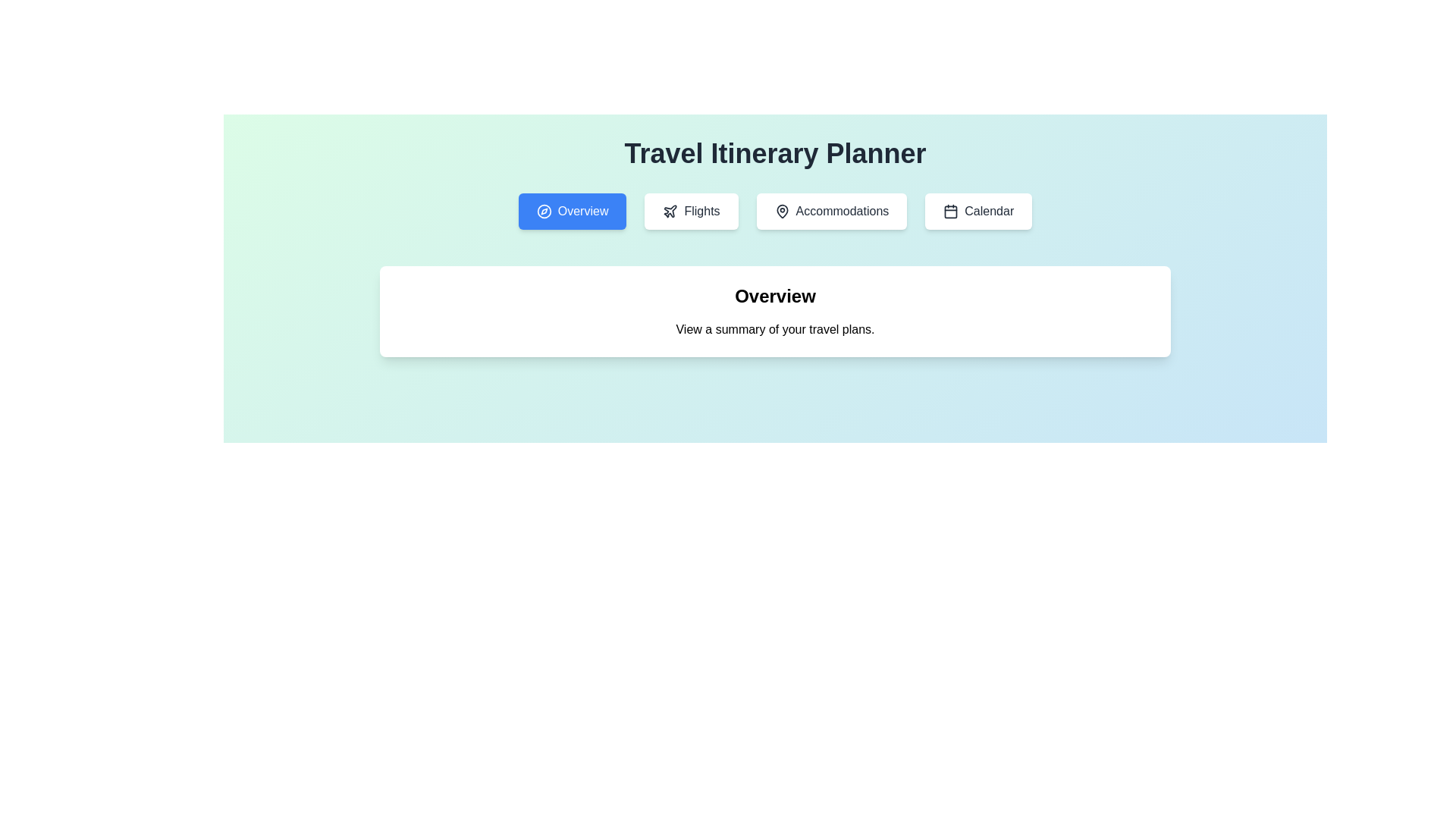  Describe the element at coordinates (782, 211) in the screenshot. I see `the map pin graphic representing 'Accommodations' in the navigation menu, which is the third button from the left` at that location.